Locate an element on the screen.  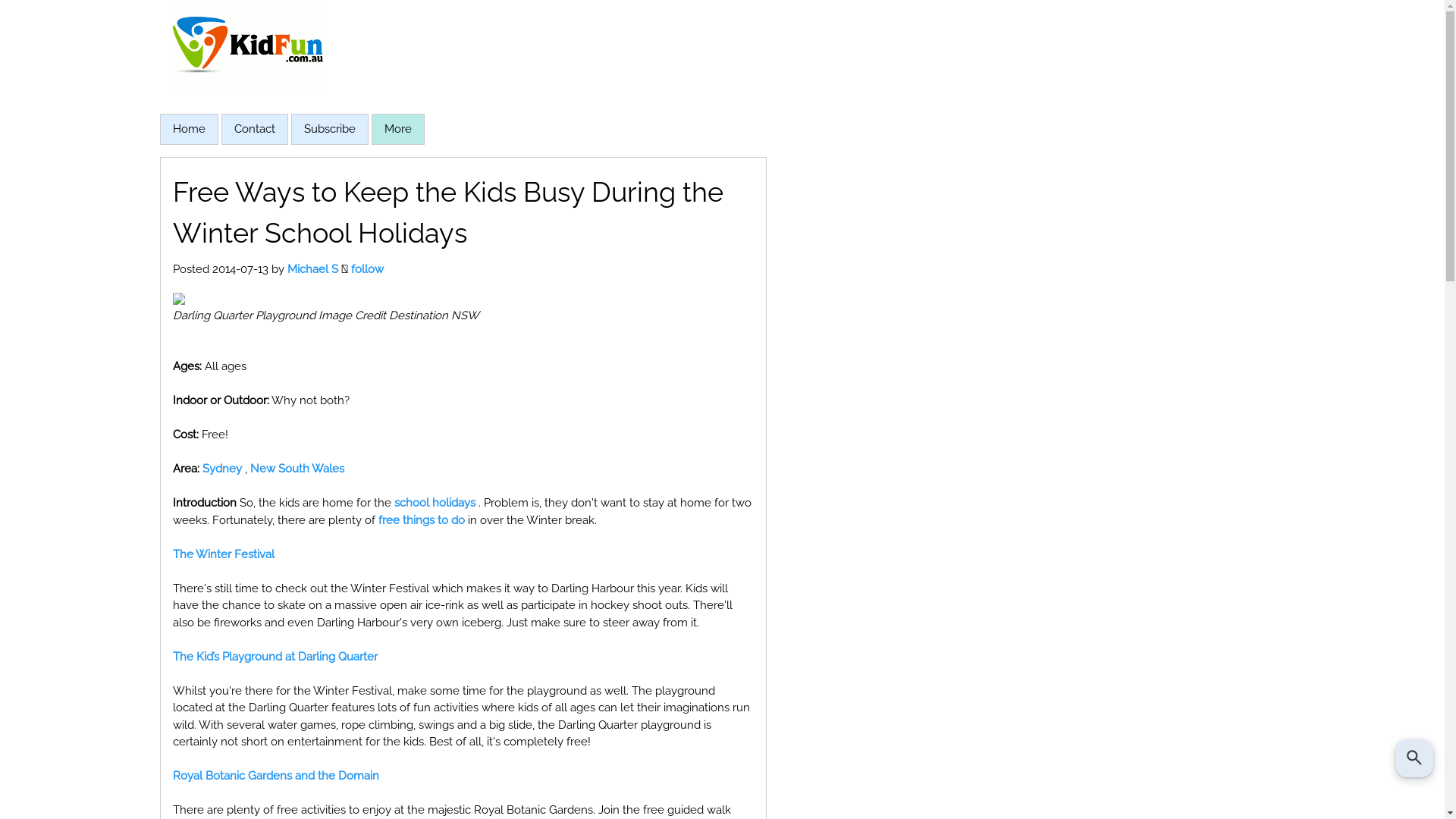
'follow' is located at coordinates (366, 268).